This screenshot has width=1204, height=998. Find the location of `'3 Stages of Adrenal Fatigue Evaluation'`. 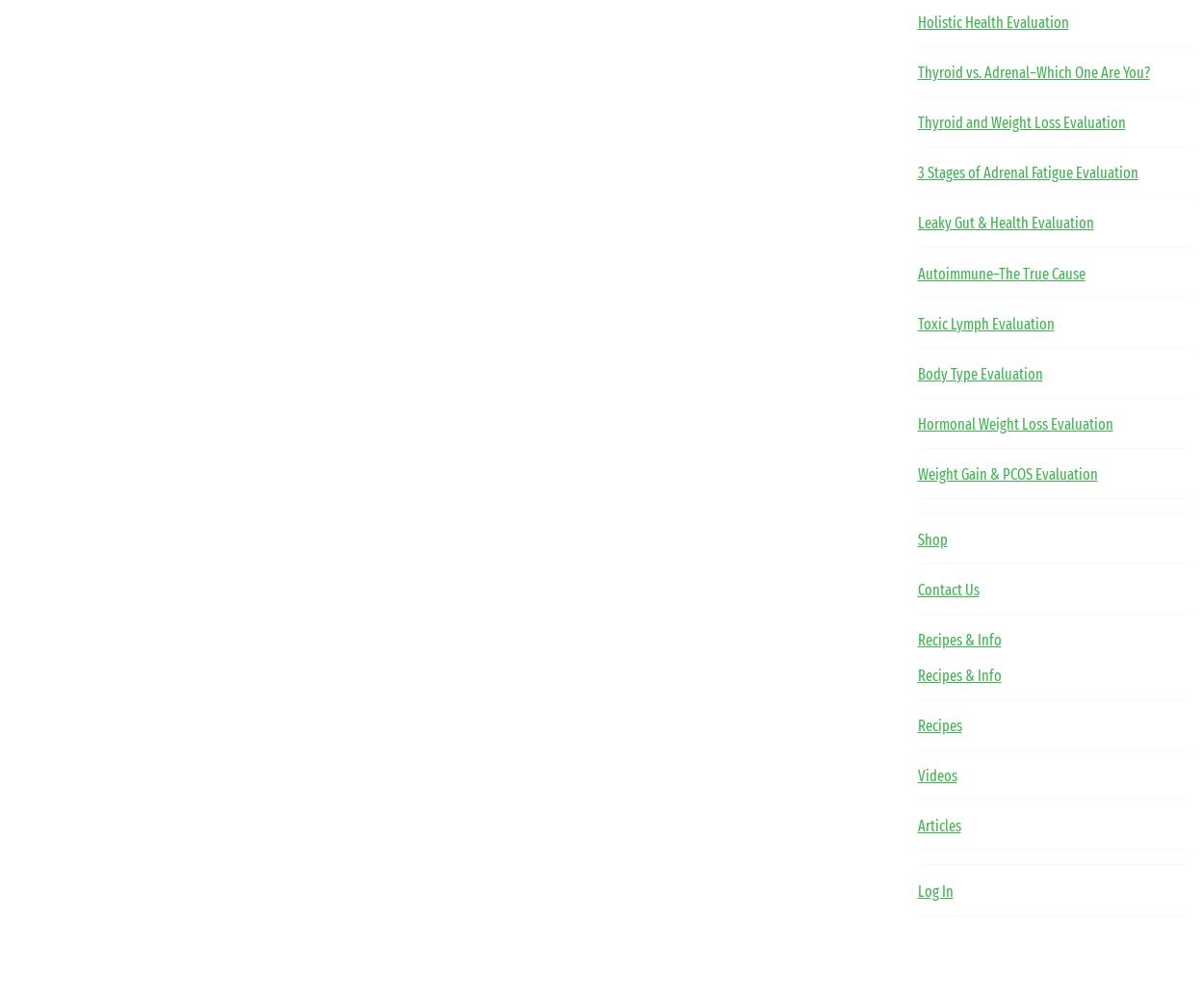

'3 Stages of Adrenal Fatigue Evaluation' is located at coordinates (1026, 172).